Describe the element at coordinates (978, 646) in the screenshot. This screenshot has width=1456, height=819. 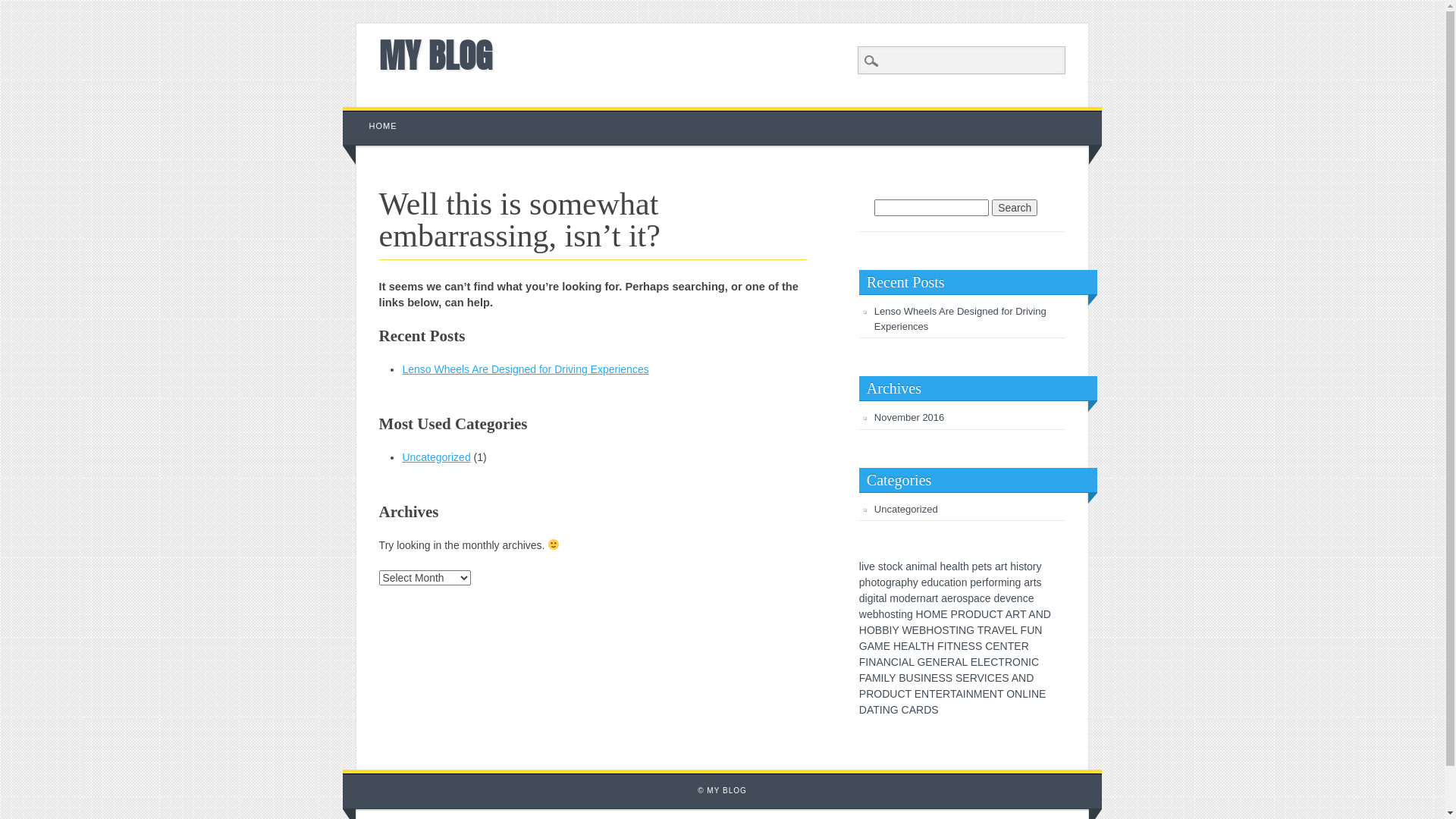
I see `'S'` at that location.